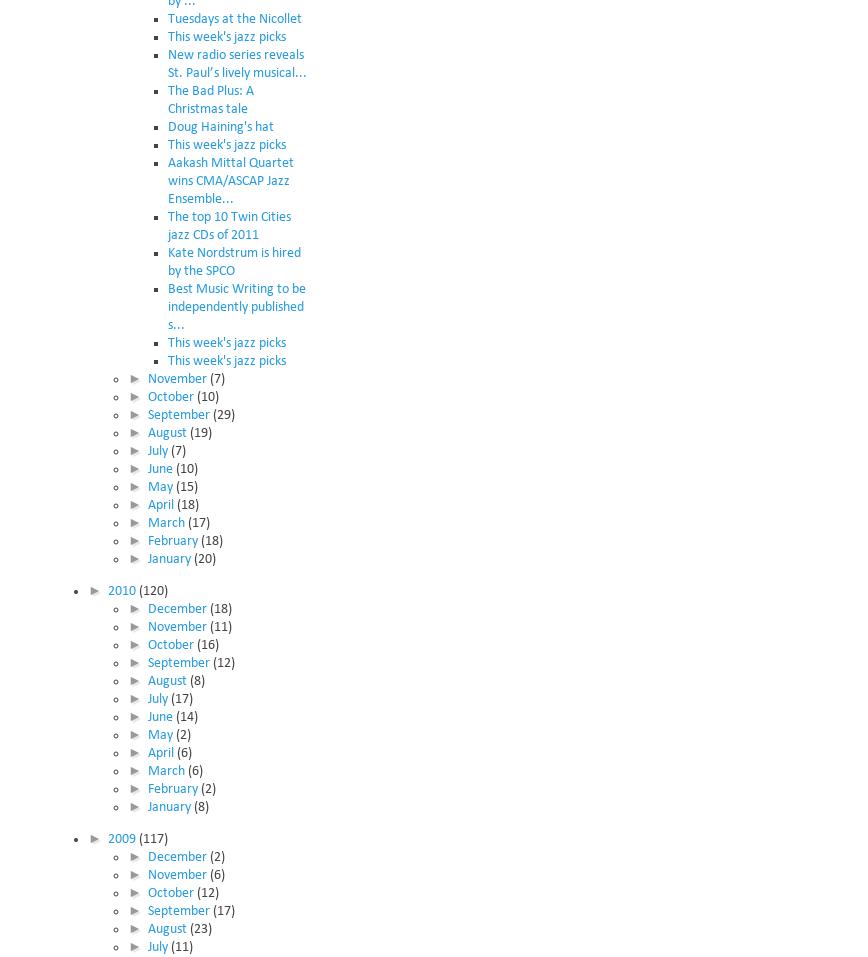  Describe the element at coordinates (234, 260) in the screenshot. I see `'Kate Nordstrum is hired by the SPCO'` at that location.